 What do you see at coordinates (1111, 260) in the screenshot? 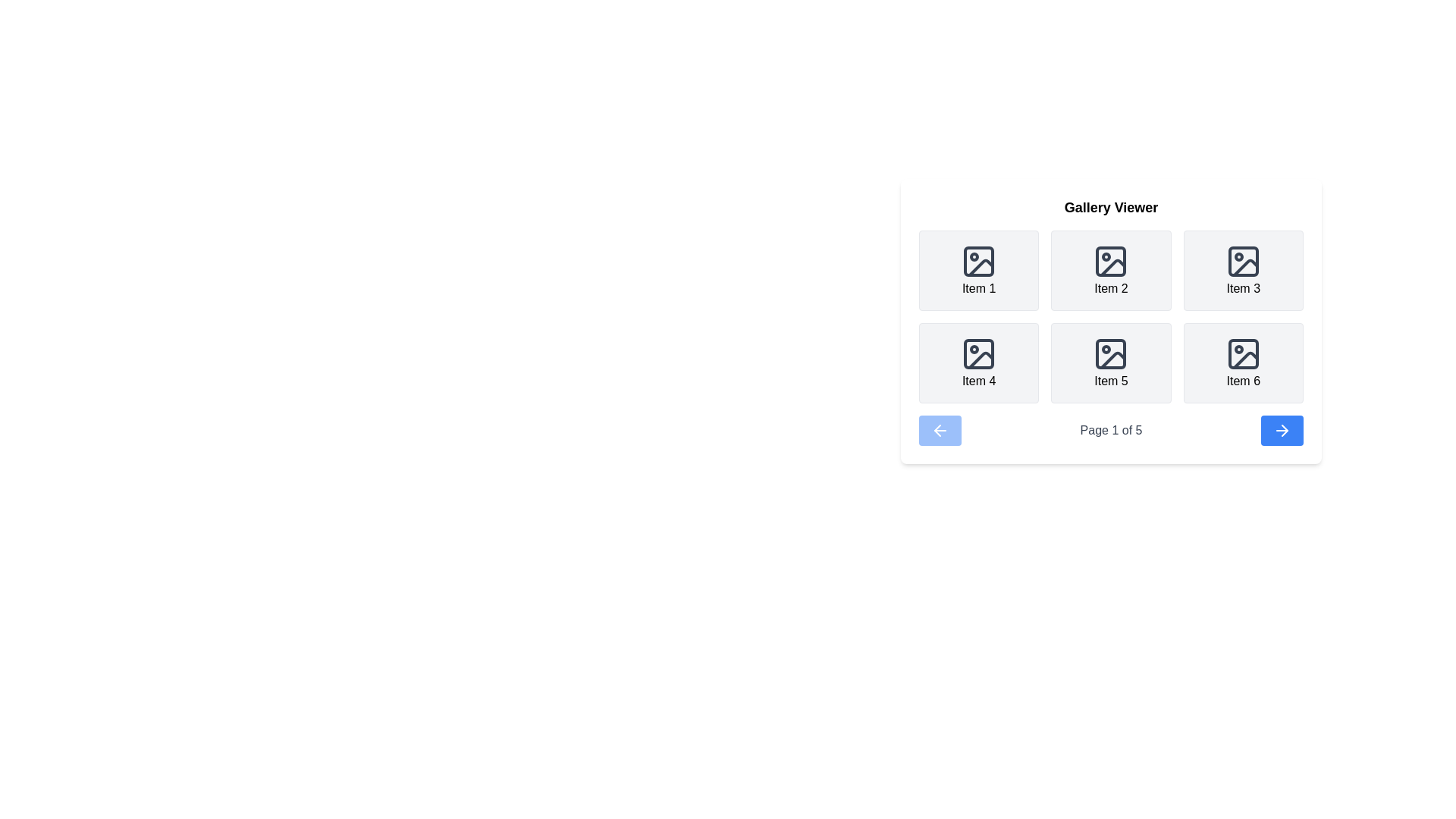
I see `the small square component with rounded corners inside a larger image icon, located in the second column of the first row in the grid layout of the gallery viewer` at bounding box center [1111, 260].